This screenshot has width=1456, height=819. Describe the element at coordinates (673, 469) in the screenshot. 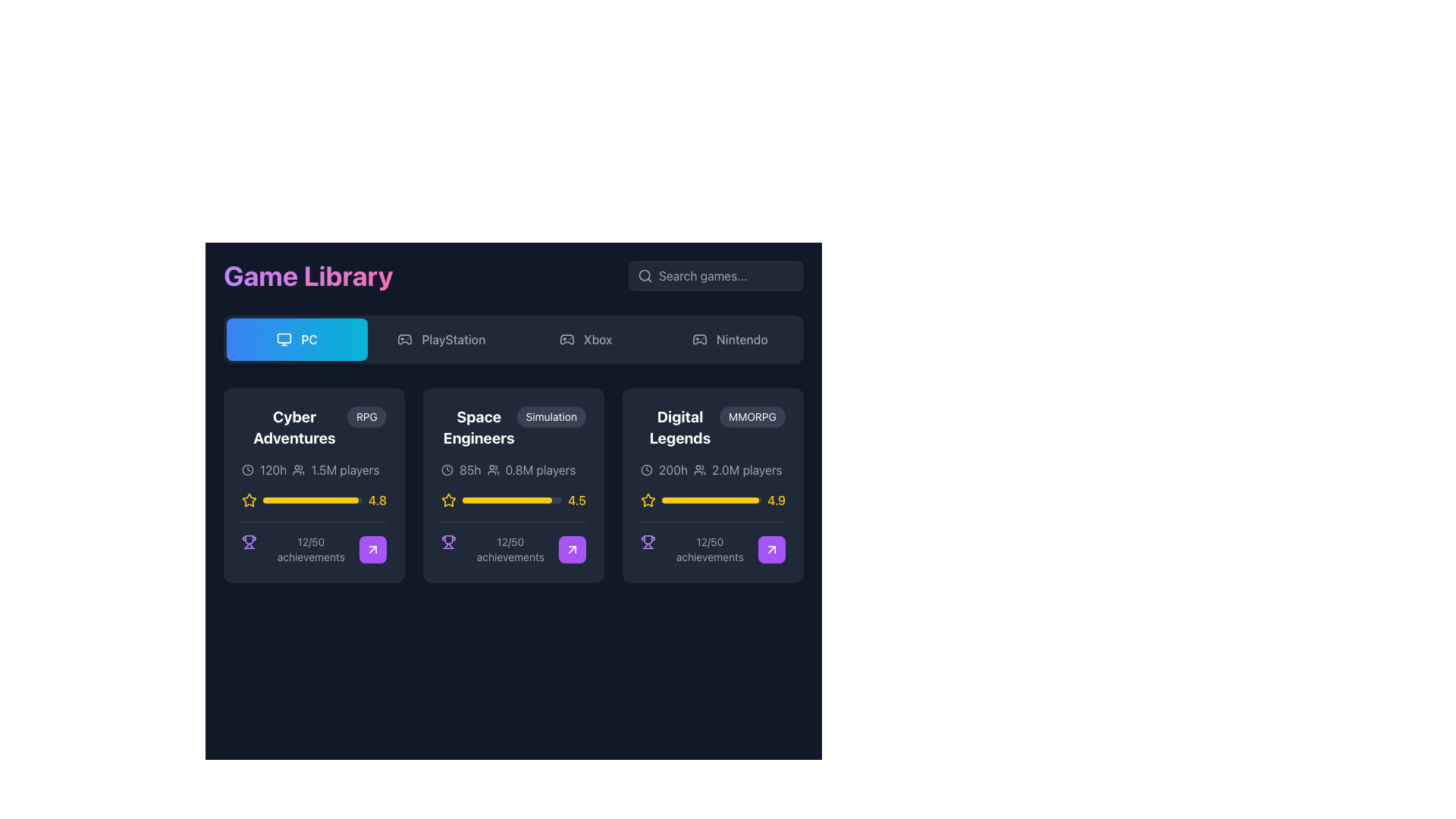

I see `the text-based label displaying '200h' in a sans-serif font, which is styled in light gray, located in the upper-middle part of the 'Digital Legends' card` at that location.